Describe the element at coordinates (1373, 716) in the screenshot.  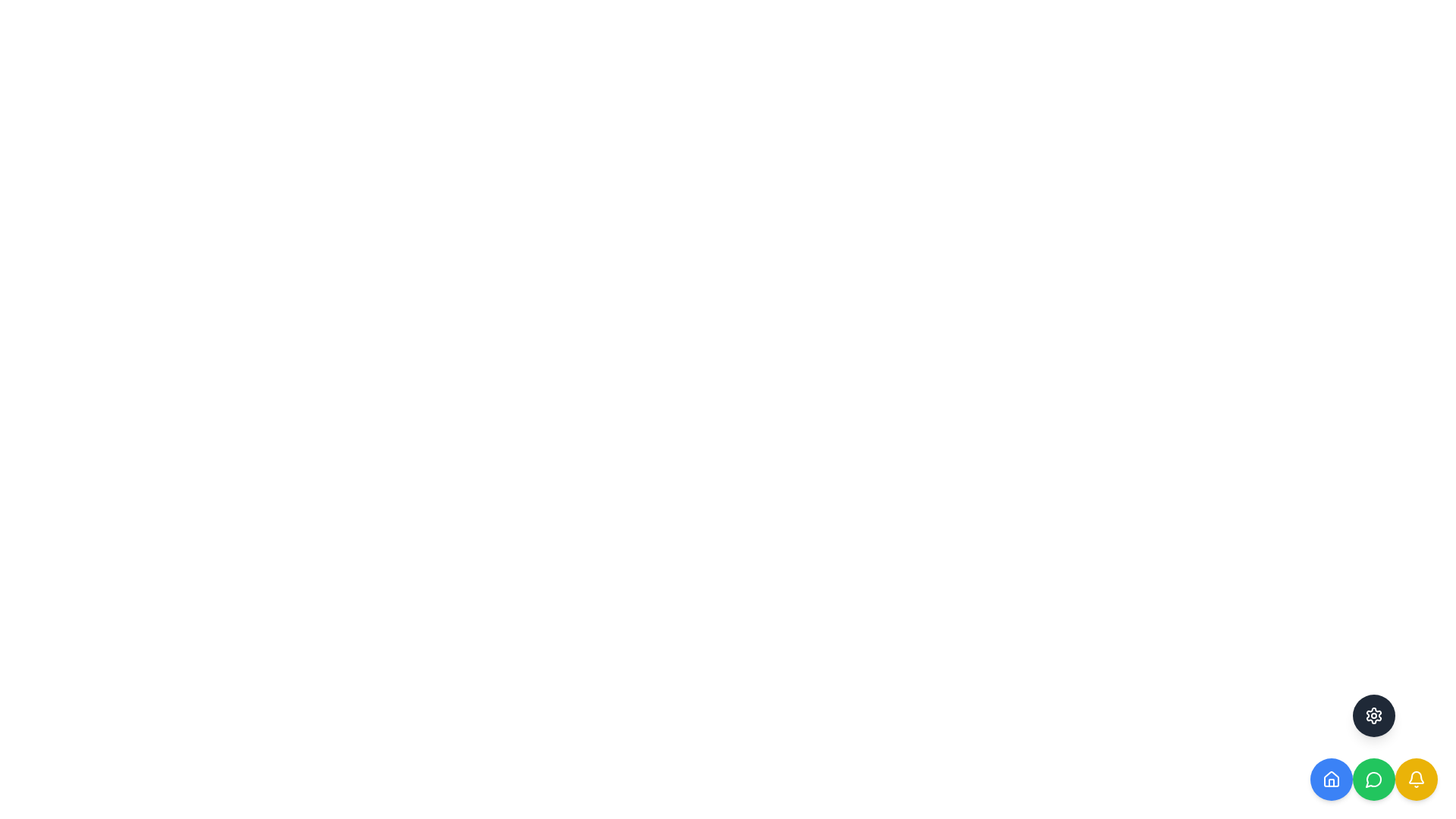
I see `the Settings Icon located at the bottom-right corner of the interface` at that location.